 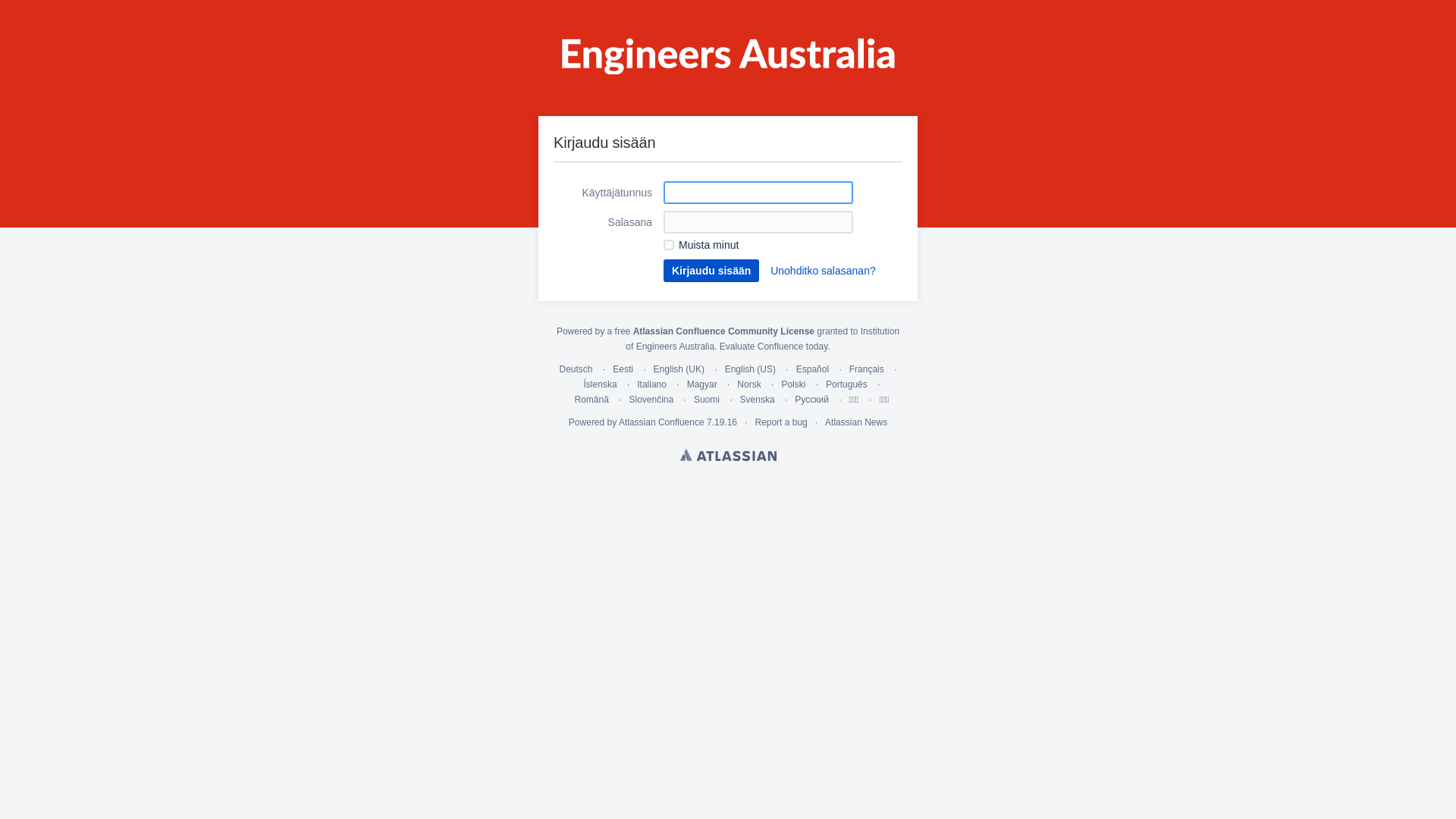 What do you see at coordinates (701, 383) in the screenshot?
I see `'Magyar'` at bounding box center [701, 383].